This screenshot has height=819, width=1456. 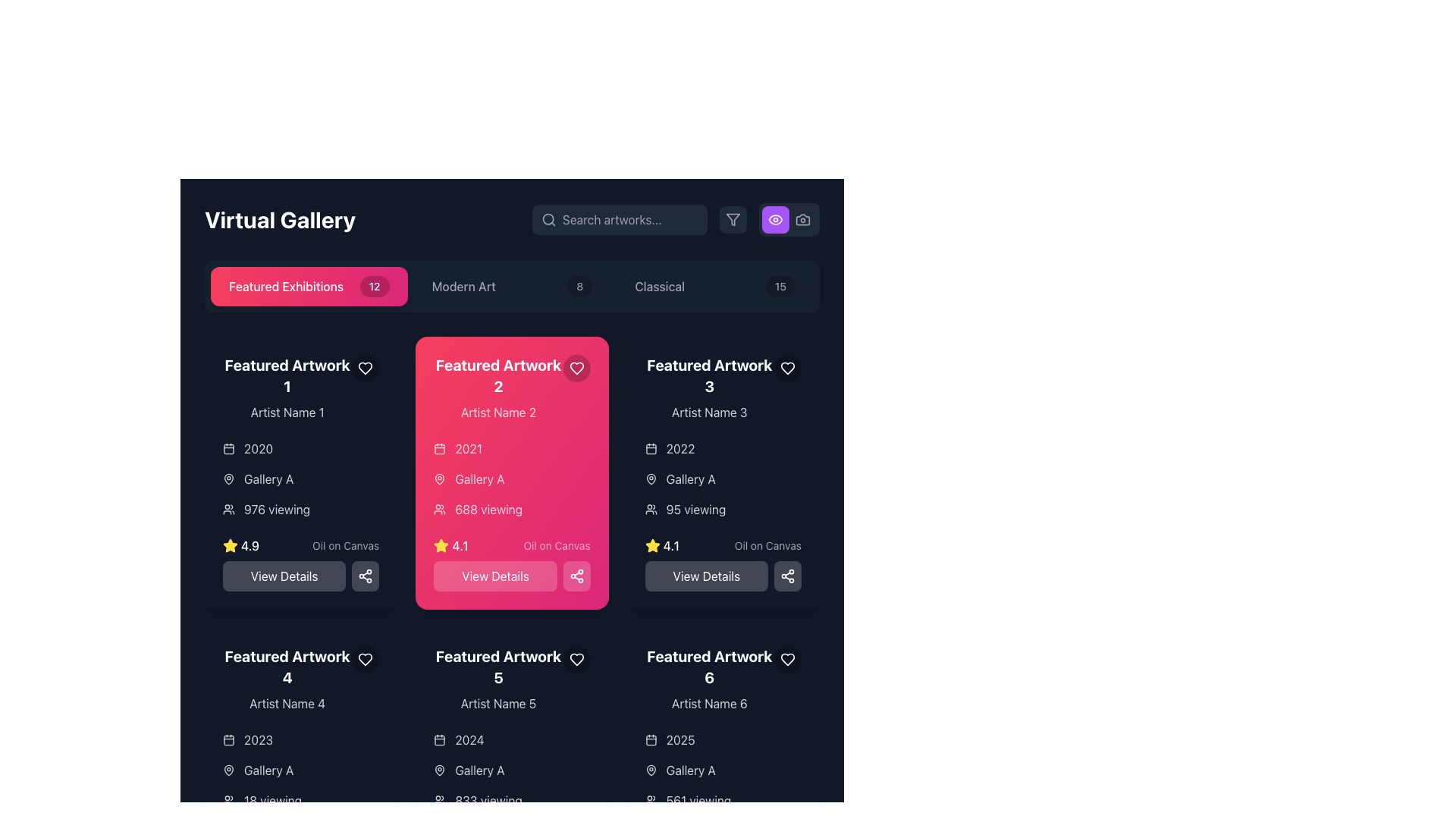 What do you see at coordinates (512, 479) in the screenshot?
I see `information presented in the informational component displaying '2021', 'Gallery A', and '688 viewing' with associated icons, located in the card for 'Featured Artwork 2' in the gallery grid layout` at bounding box center [512, 479].